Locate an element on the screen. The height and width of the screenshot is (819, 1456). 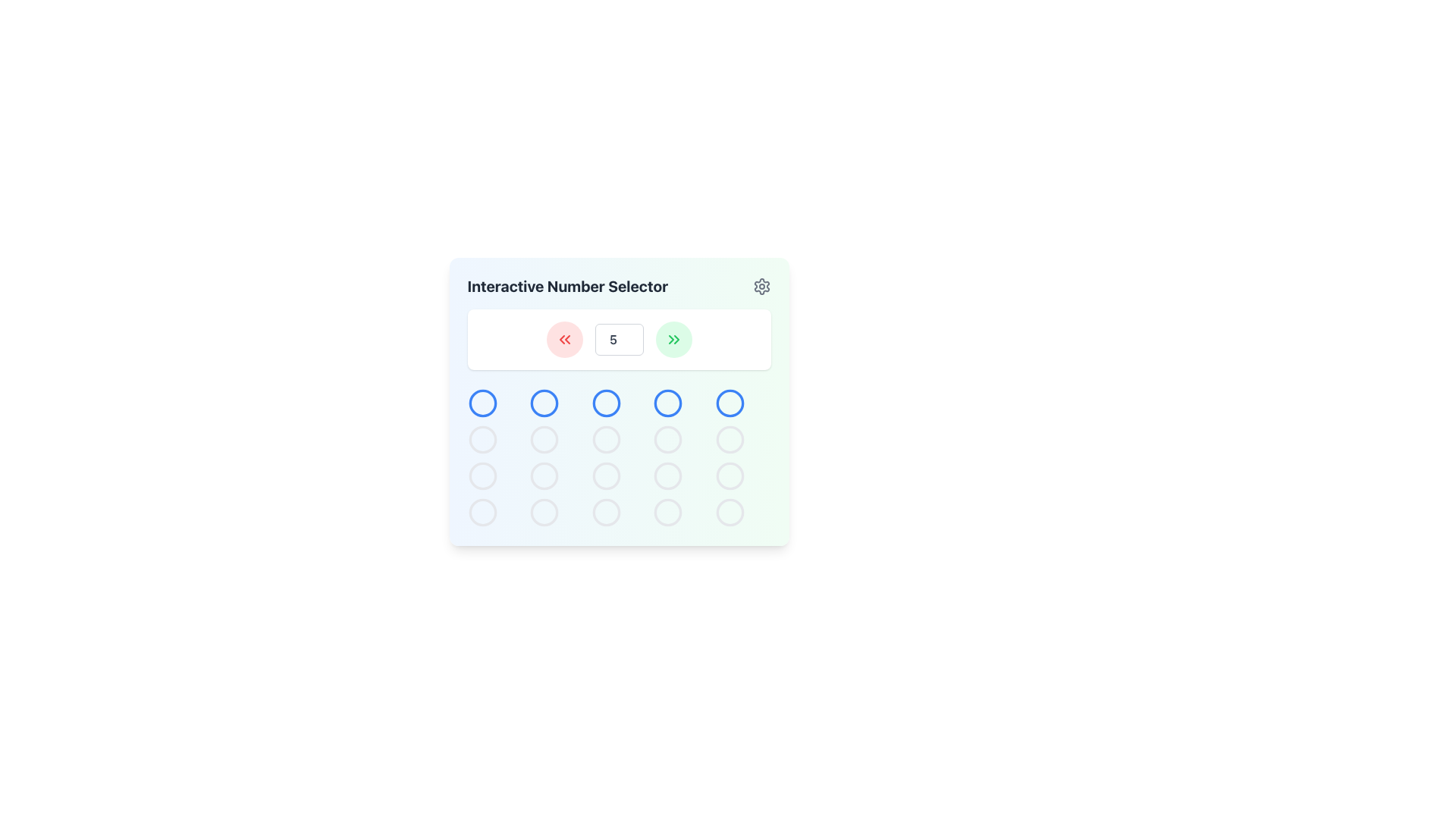
the inactive circular glyph with a gray border located in the third column and second row of the 5x5 grid layout is located at coordinates (605, 439).